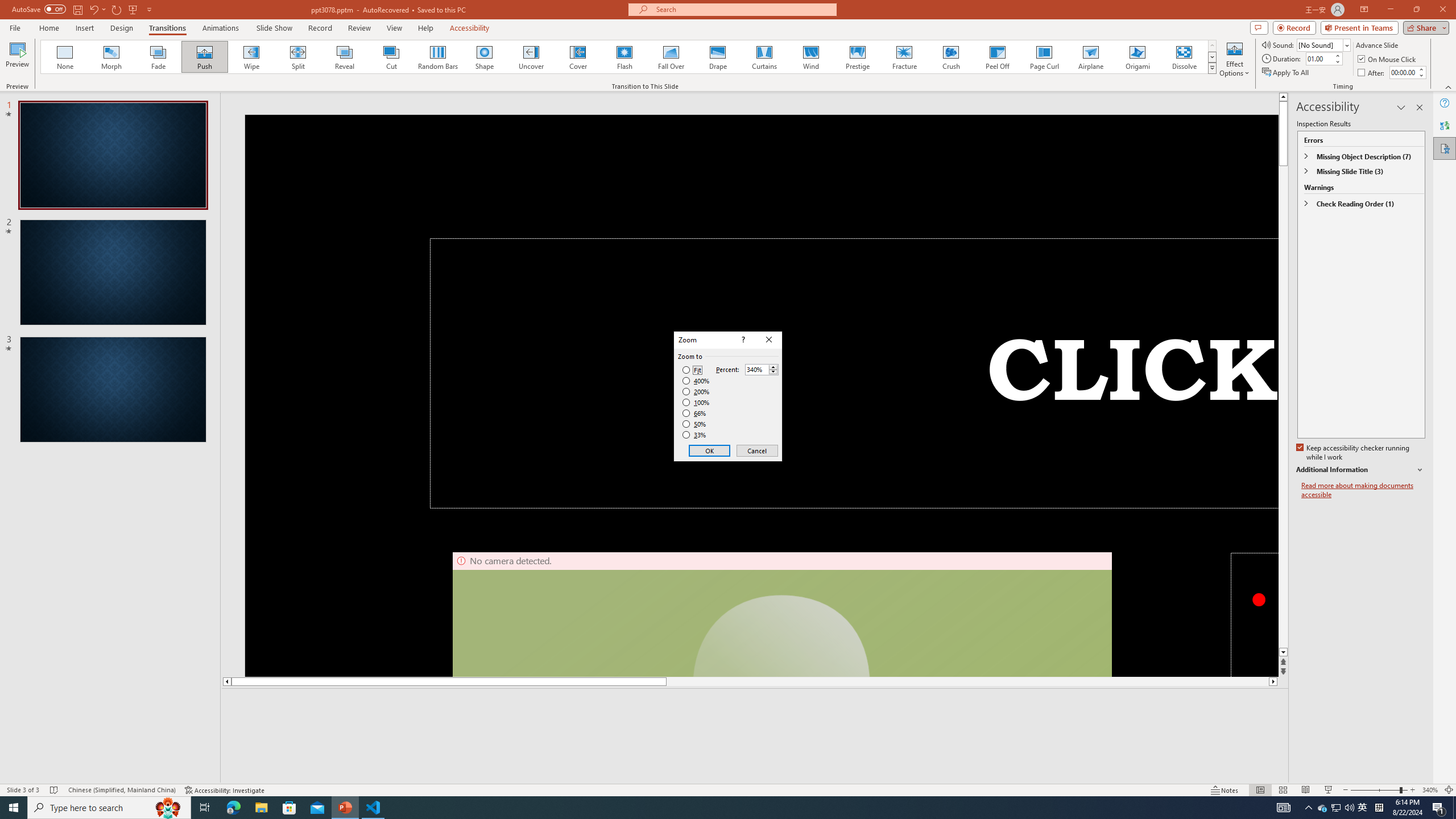 This screenshot has width=1456, height=819. I want to click on '33%', so click(695, 435).